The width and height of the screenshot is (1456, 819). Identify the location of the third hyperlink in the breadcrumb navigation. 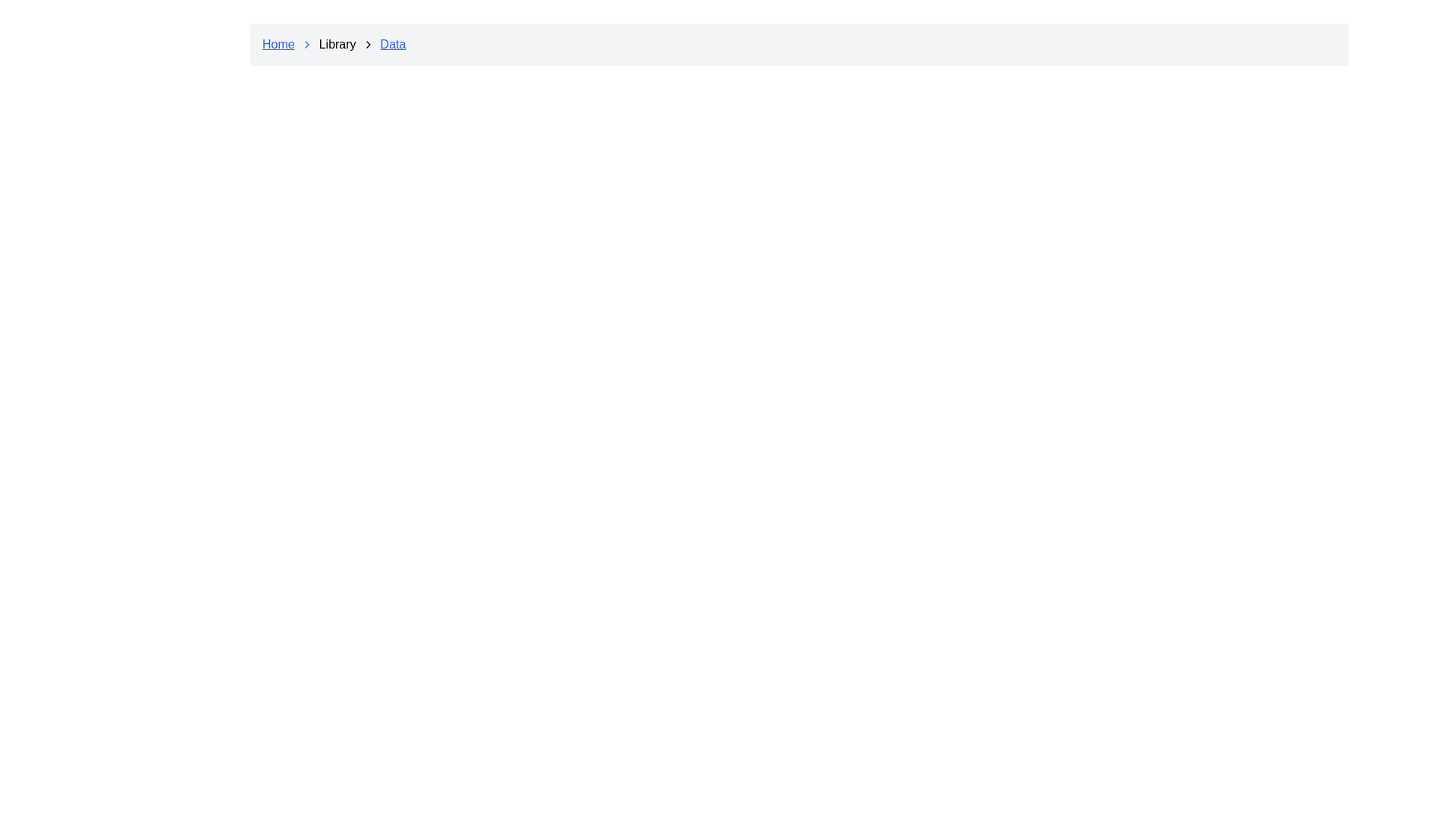
(393, 43).